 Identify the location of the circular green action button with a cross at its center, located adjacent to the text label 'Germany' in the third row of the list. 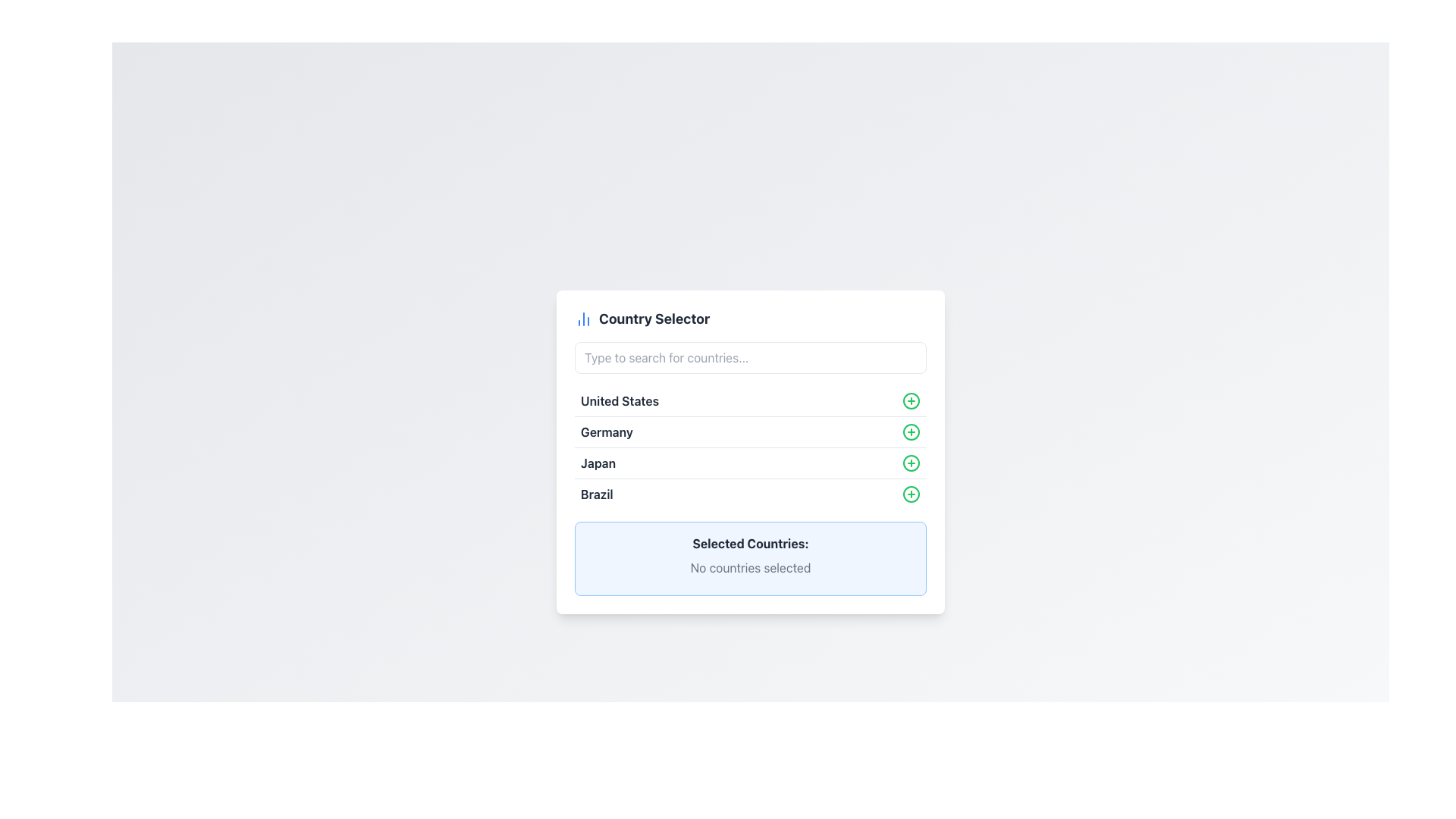
(910, 431).